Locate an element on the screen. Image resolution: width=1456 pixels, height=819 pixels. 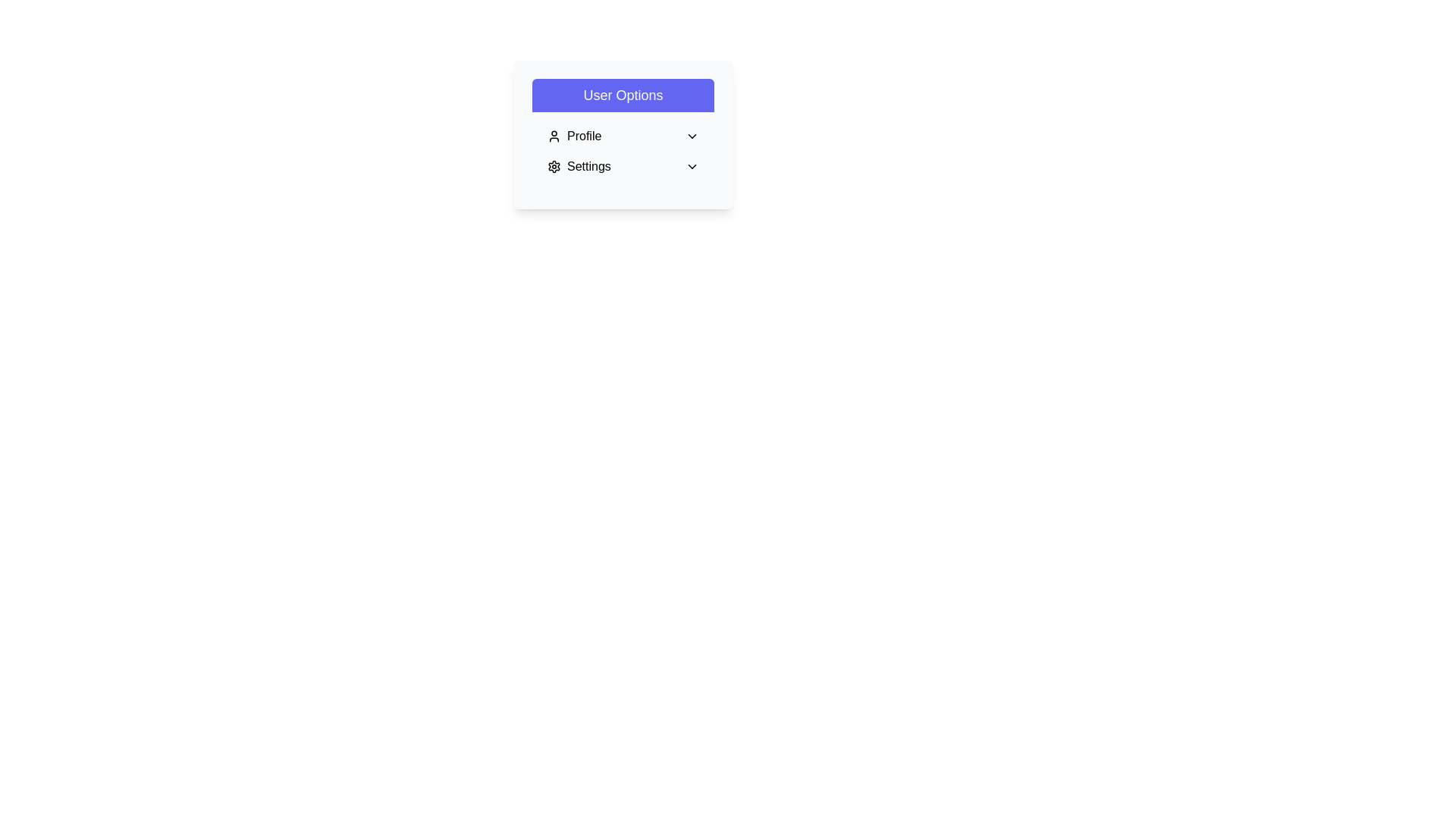
the downward chevron icon located to the right of the 'Profile' text is located at coordinates (691, 136).